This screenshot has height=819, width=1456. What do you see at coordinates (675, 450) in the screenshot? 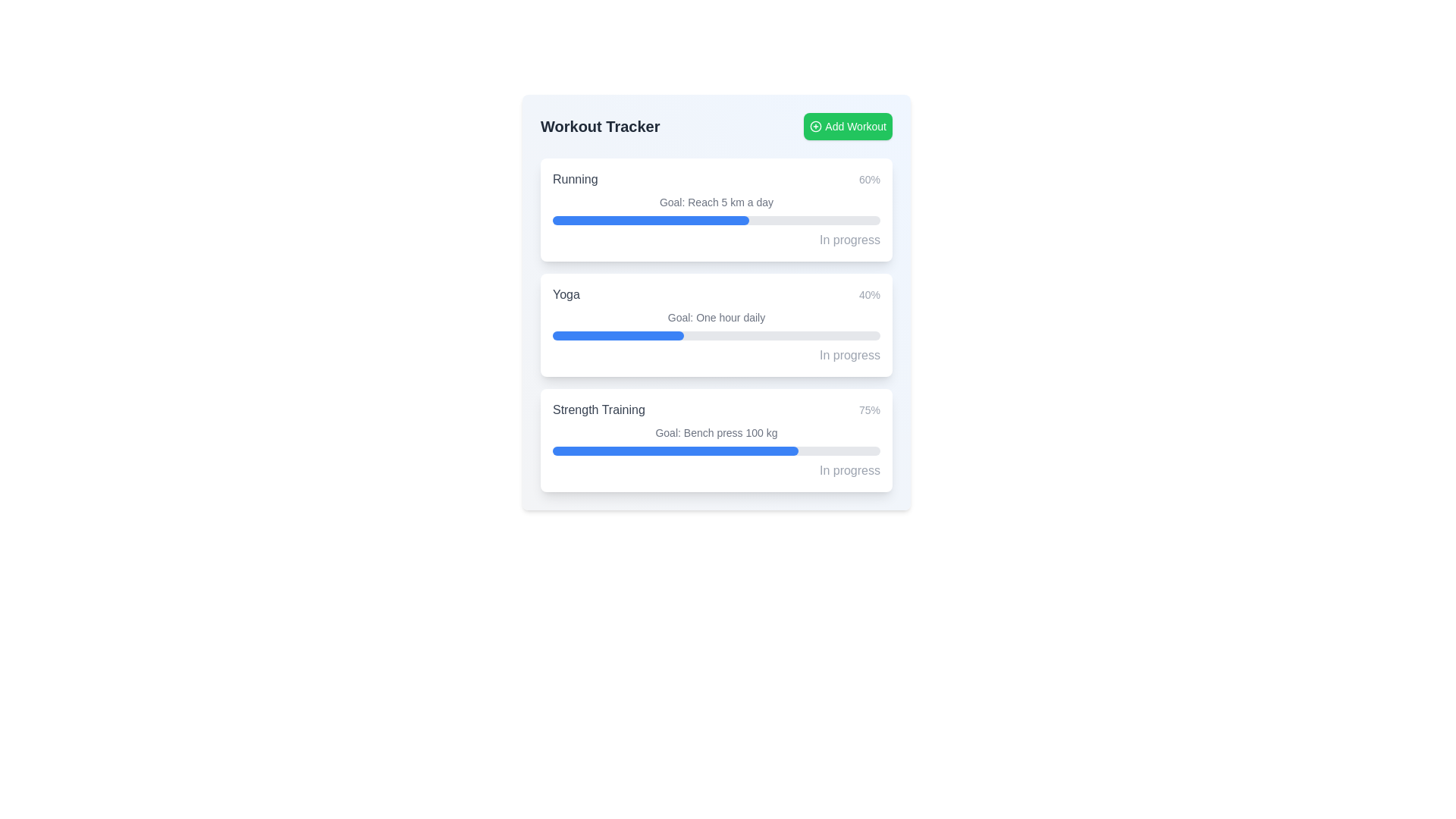
I see `the progress bar indicating 75% completion for the 'Strength Training' task, located inside the gray rounded rectangle below the goal text` at bounding box center [675, 450].